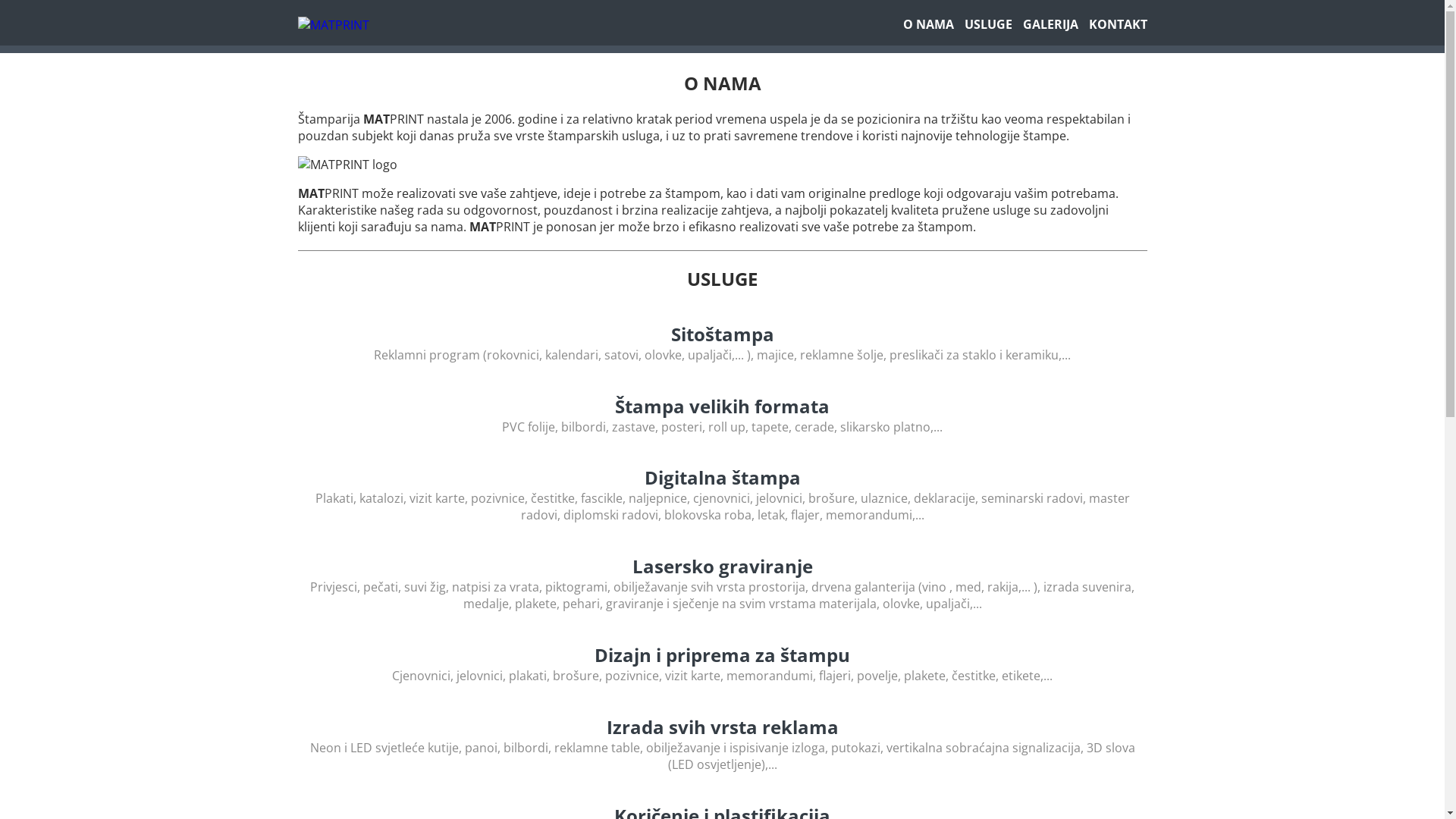  Describe the element at coordinates (1087, 24) in the screenshot. I see `'KONTAKT'` at that location.